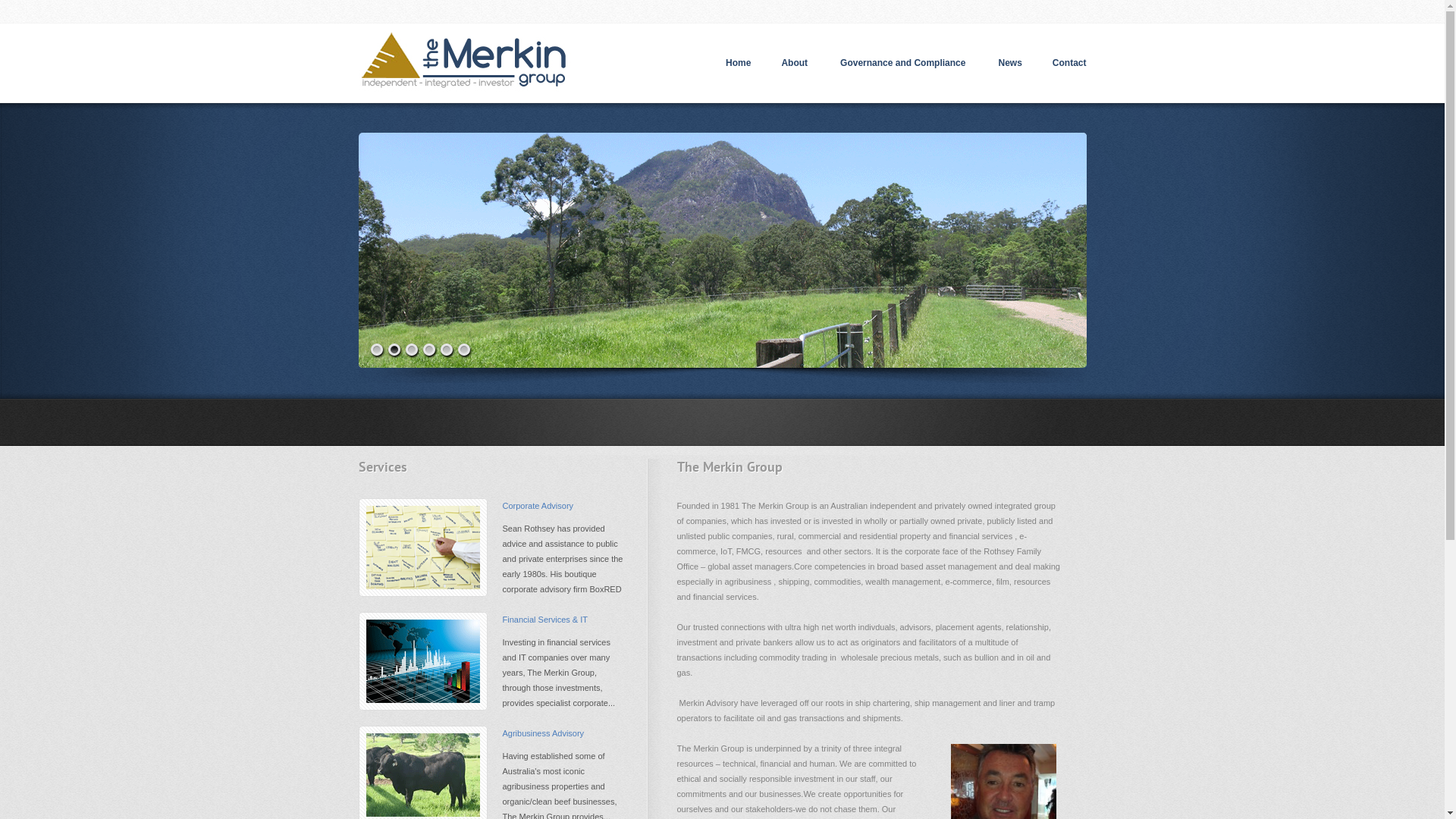 Image resolution: width=1456 pixels, height=819 pixels. I want to click on 'Governance and Compliance', so click(824, 62).